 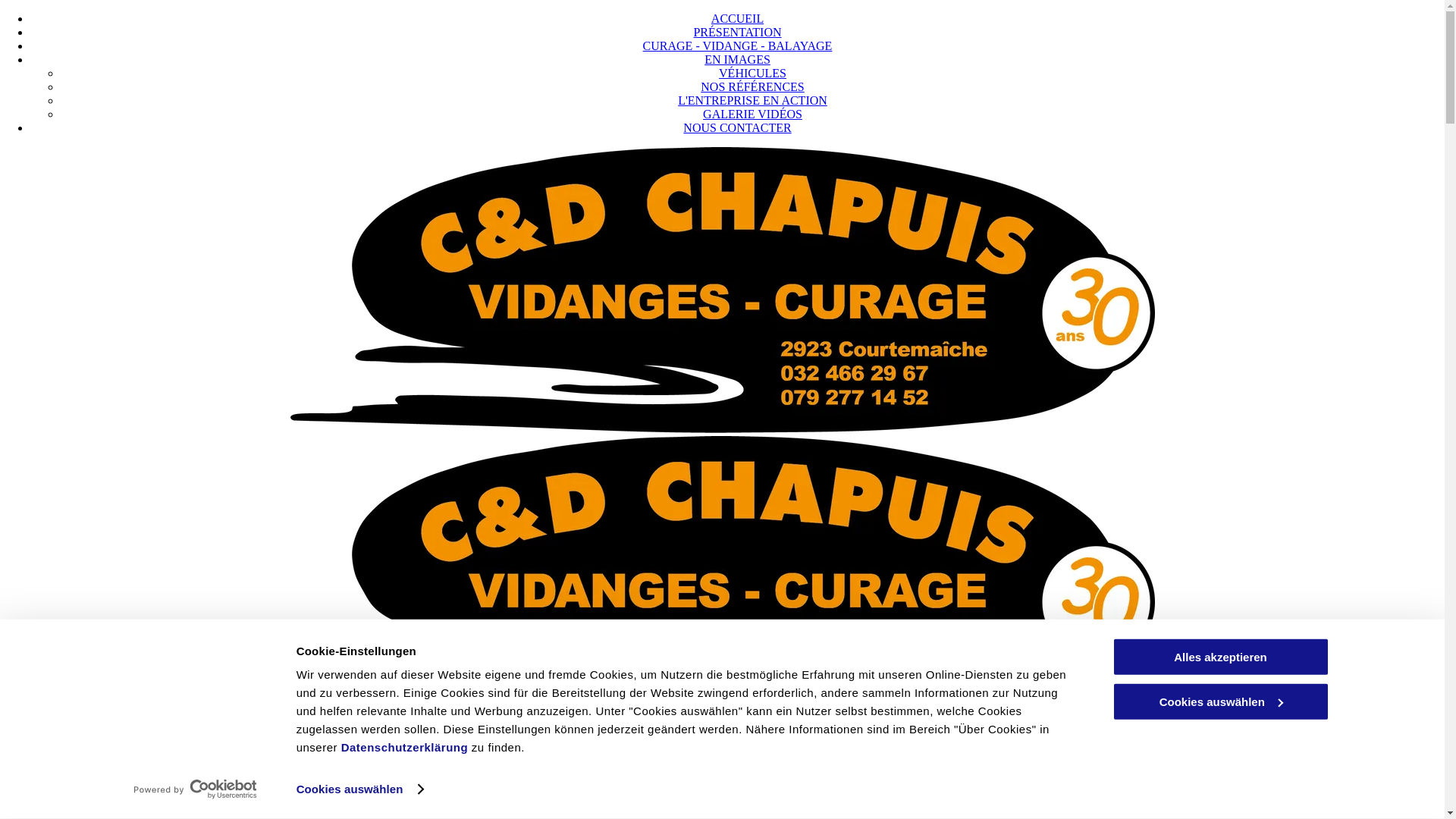 I want to click on 'NOUS CONTACTER', so click(x=736, y=127).